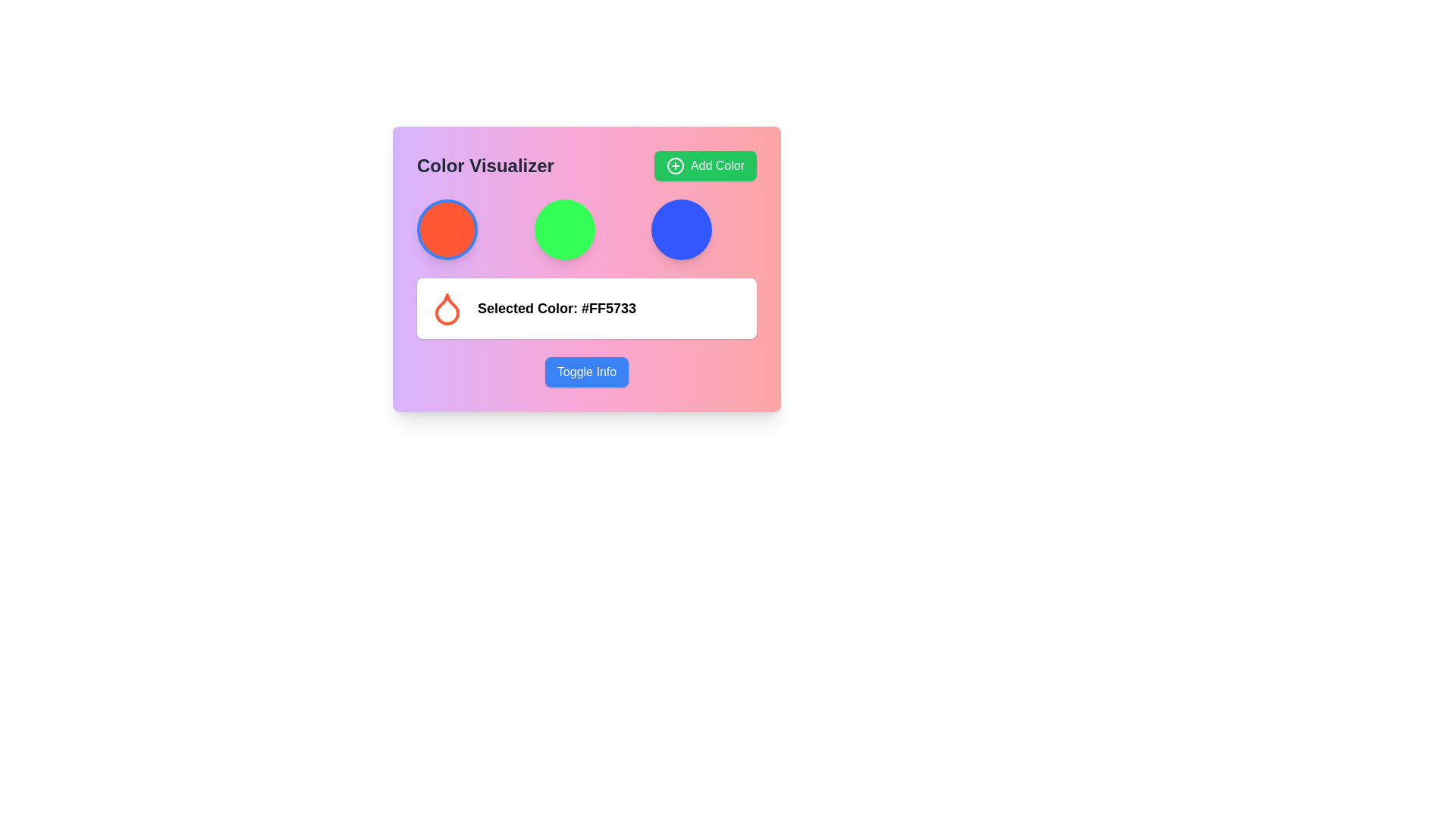 This screenshot has width=1456, height=819. What do you see at coordinates (556, 308) in the screenshot?
I see `the static text label displaying the currently selected color's name and hexadecimal code, located to the right of a red droplet-shaped icon` at bounding box center [556, 308].